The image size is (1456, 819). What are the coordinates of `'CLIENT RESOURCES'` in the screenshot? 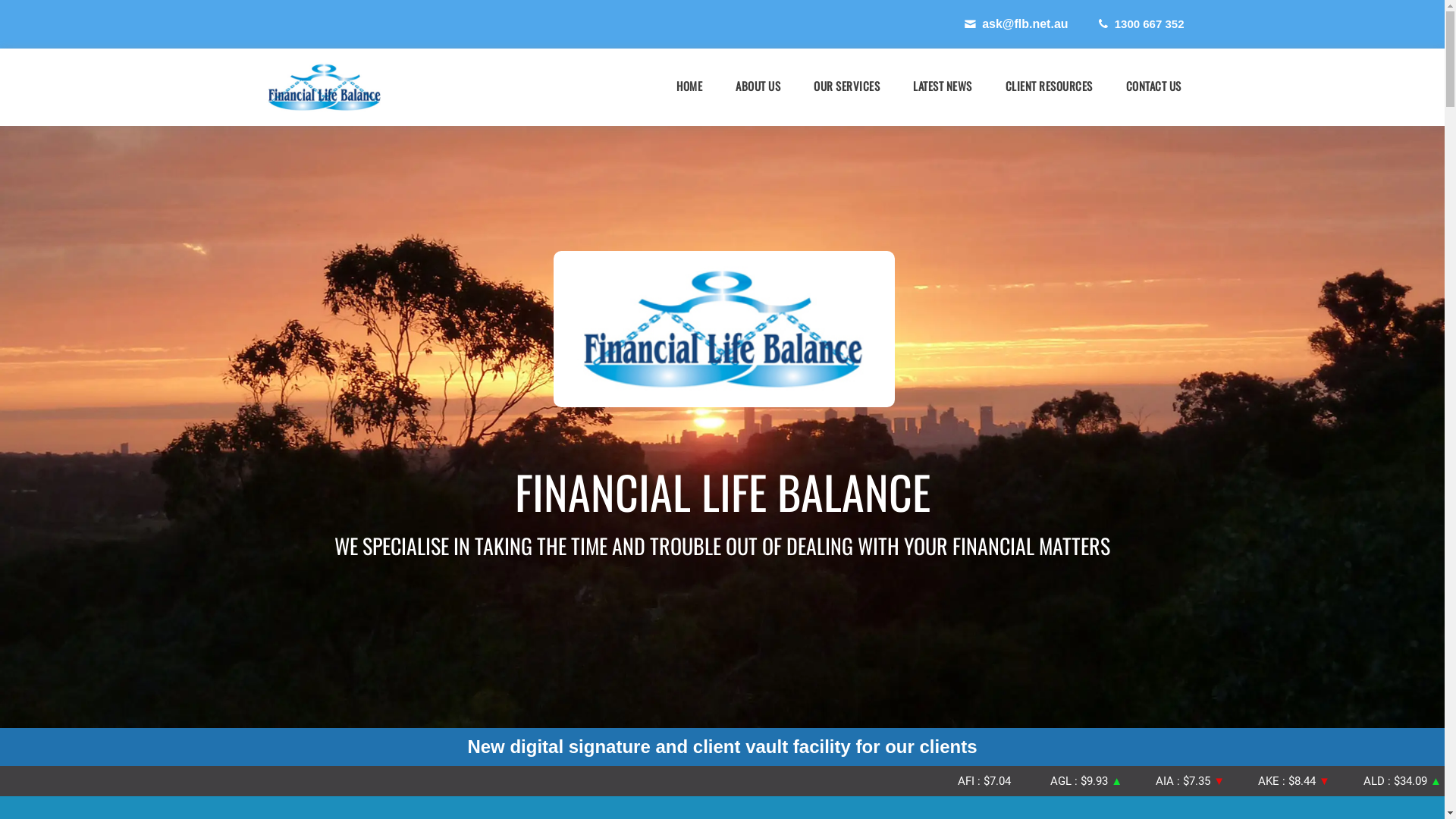 It's located at (1048, 86).